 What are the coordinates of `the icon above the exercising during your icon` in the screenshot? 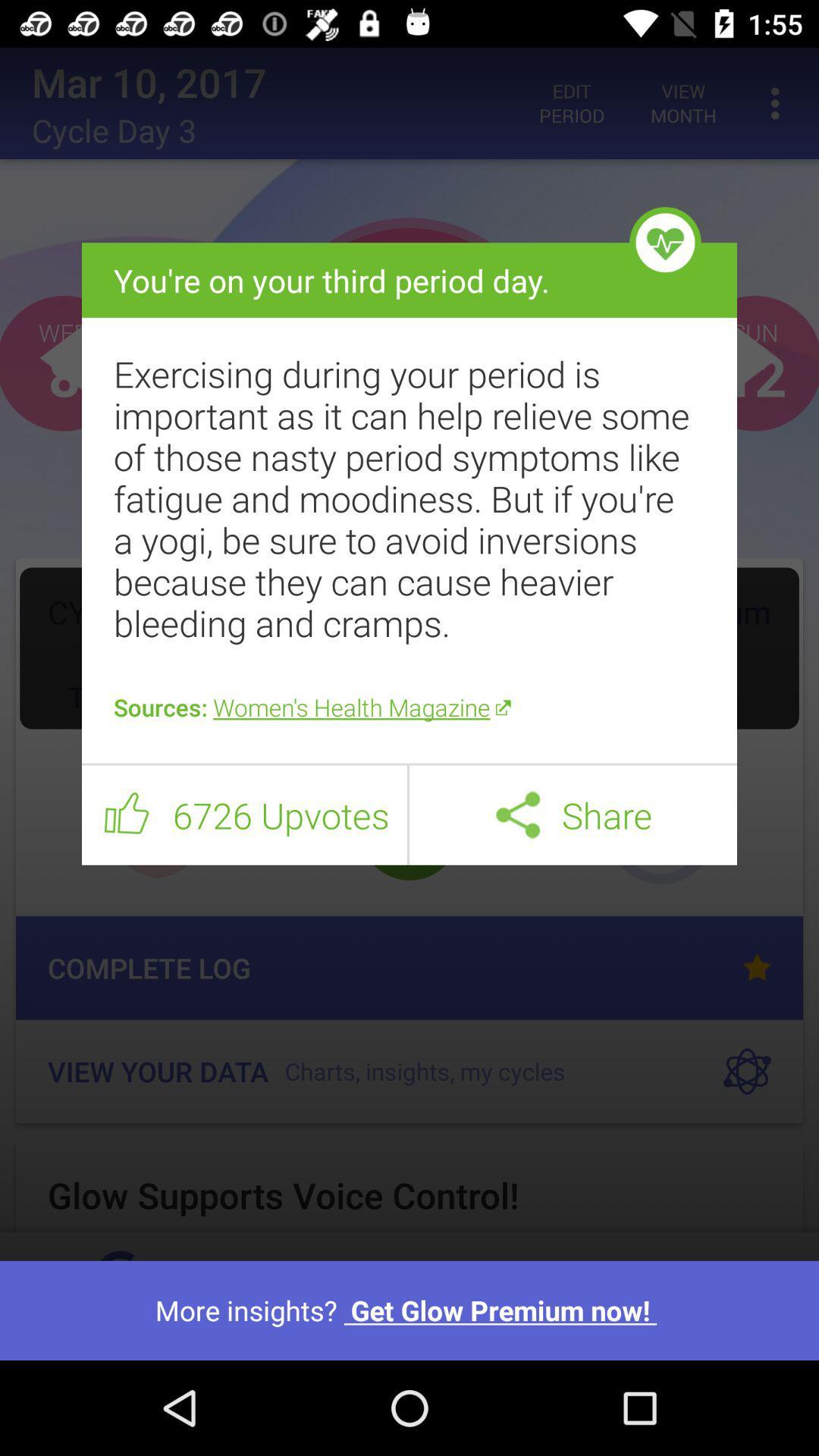 It's located at (664, 243).